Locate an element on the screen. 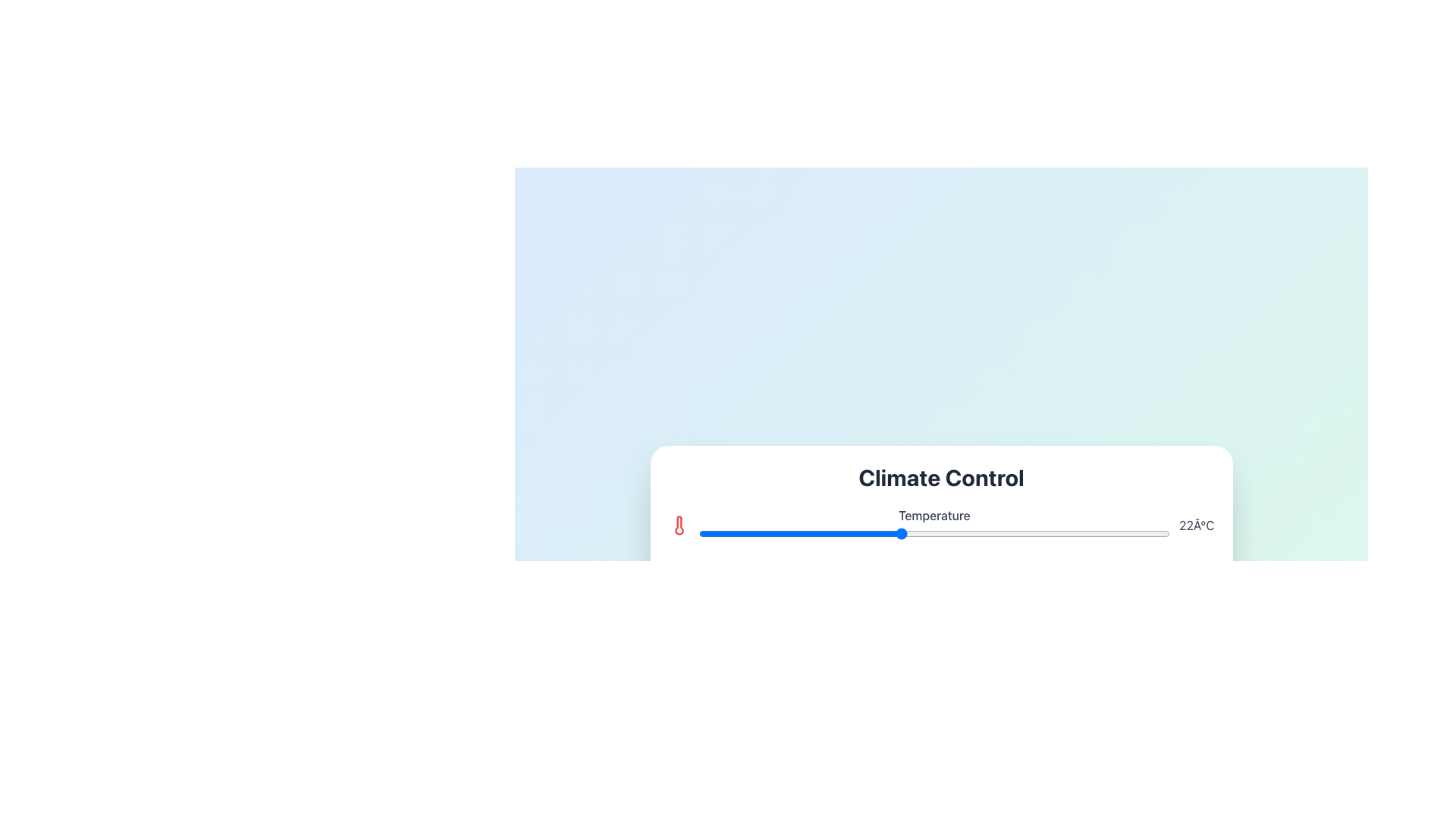 The image size is (1456, 819). temperature is located at coordinates (967, 533).